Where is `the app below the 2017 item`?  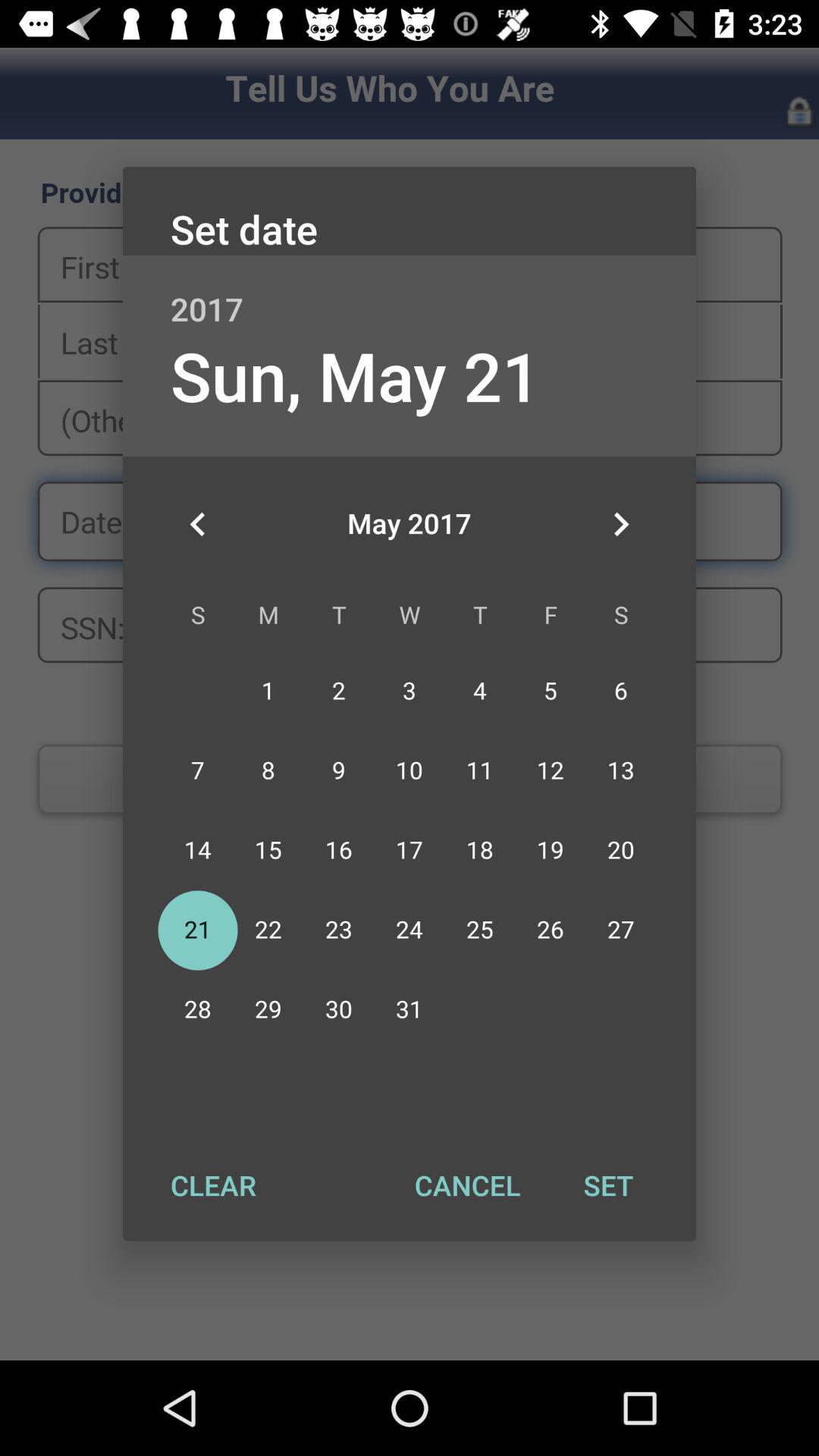 the app below the 2017 item is located at coordinates (356, 375).